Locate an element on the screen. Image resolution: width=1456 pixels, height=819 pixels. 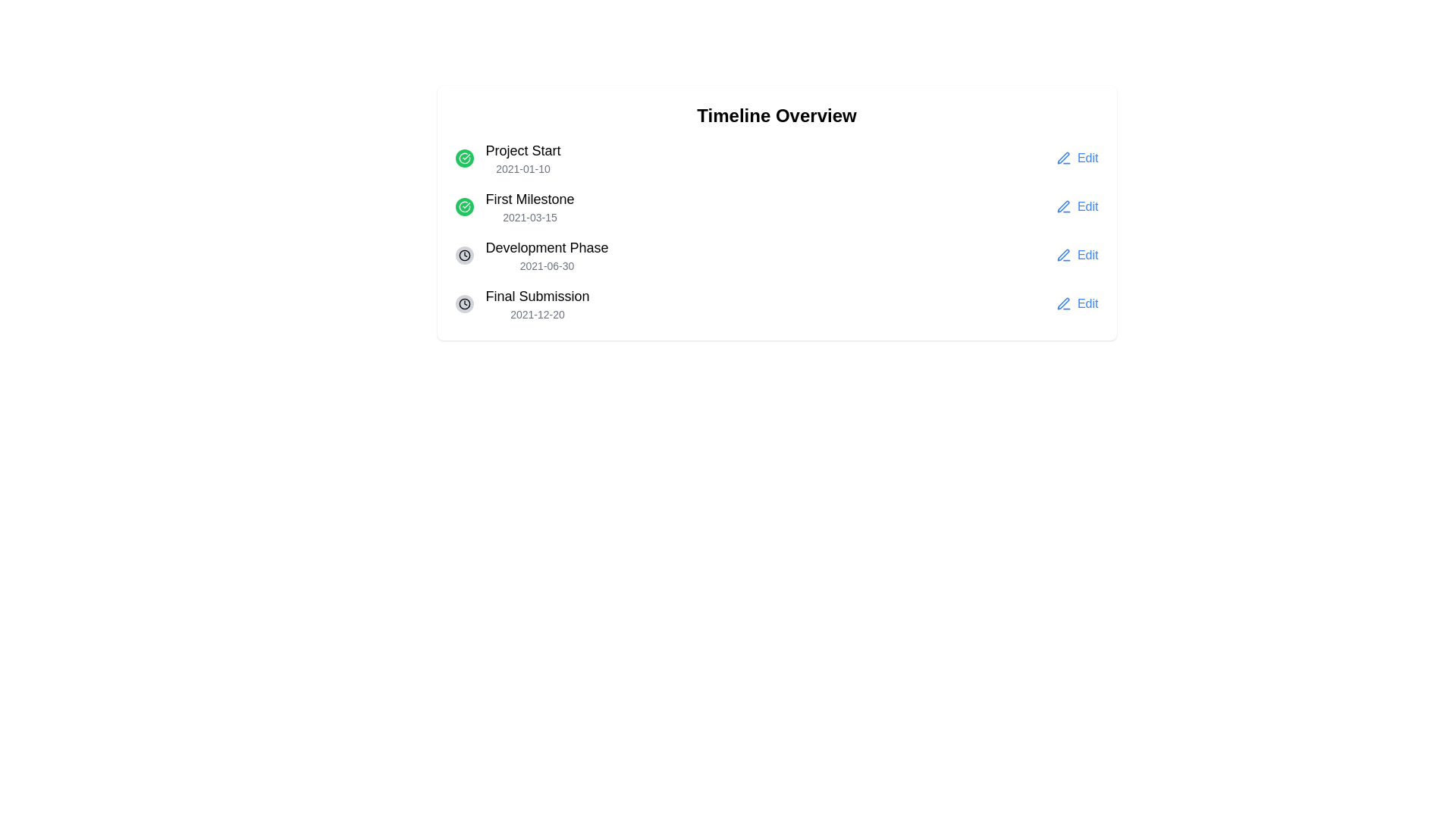
the clock icon with a light gray background located in the 'Development Phase' section of the timeline interface, which is the third icon in the sequence of timeline items is located at coordinates (463, 254).